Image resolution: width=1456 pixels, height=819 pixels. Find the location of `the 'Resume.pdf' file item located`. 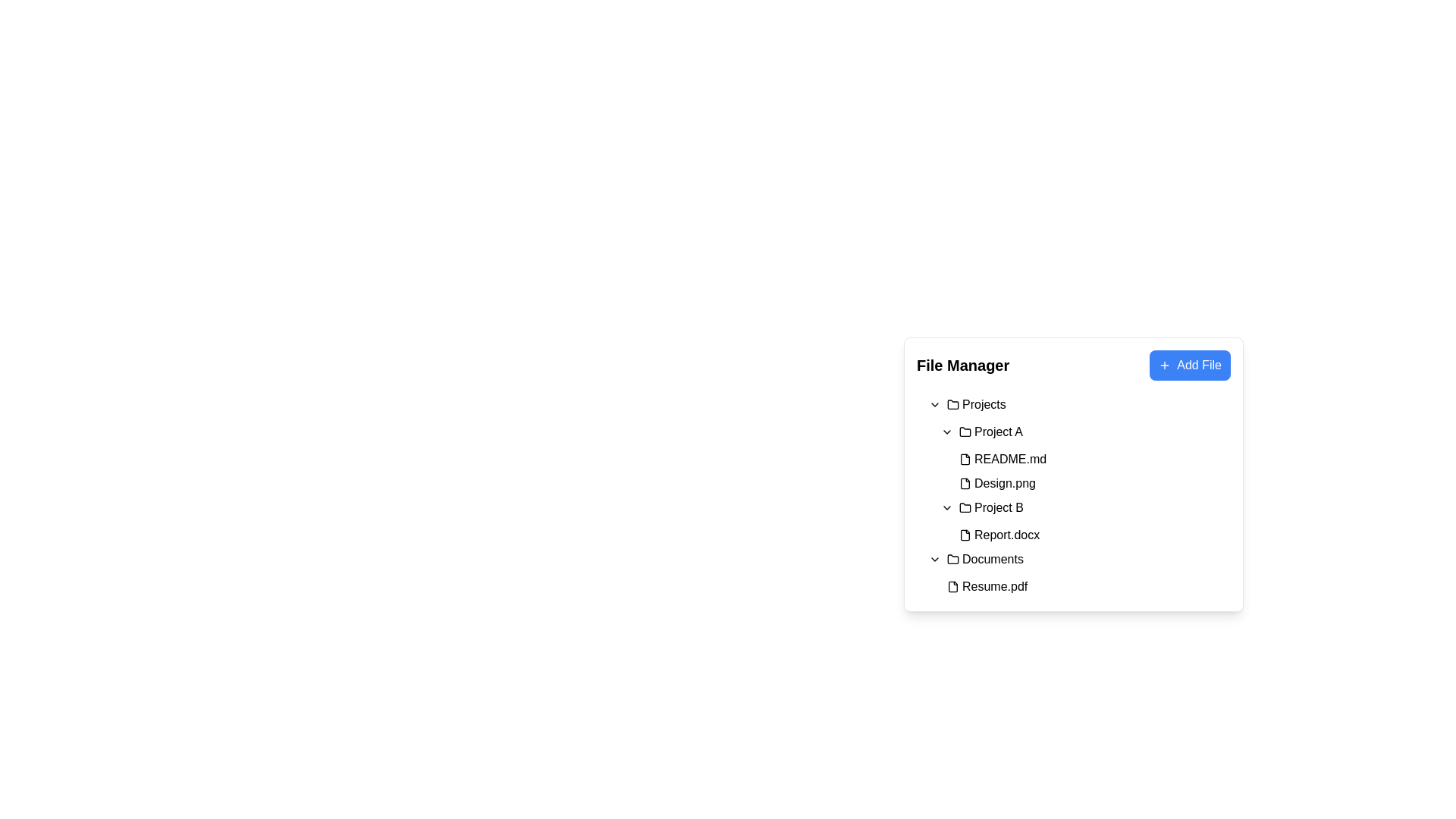

the 'Resume.pdf' file item located is located at coordinates (987, 586).